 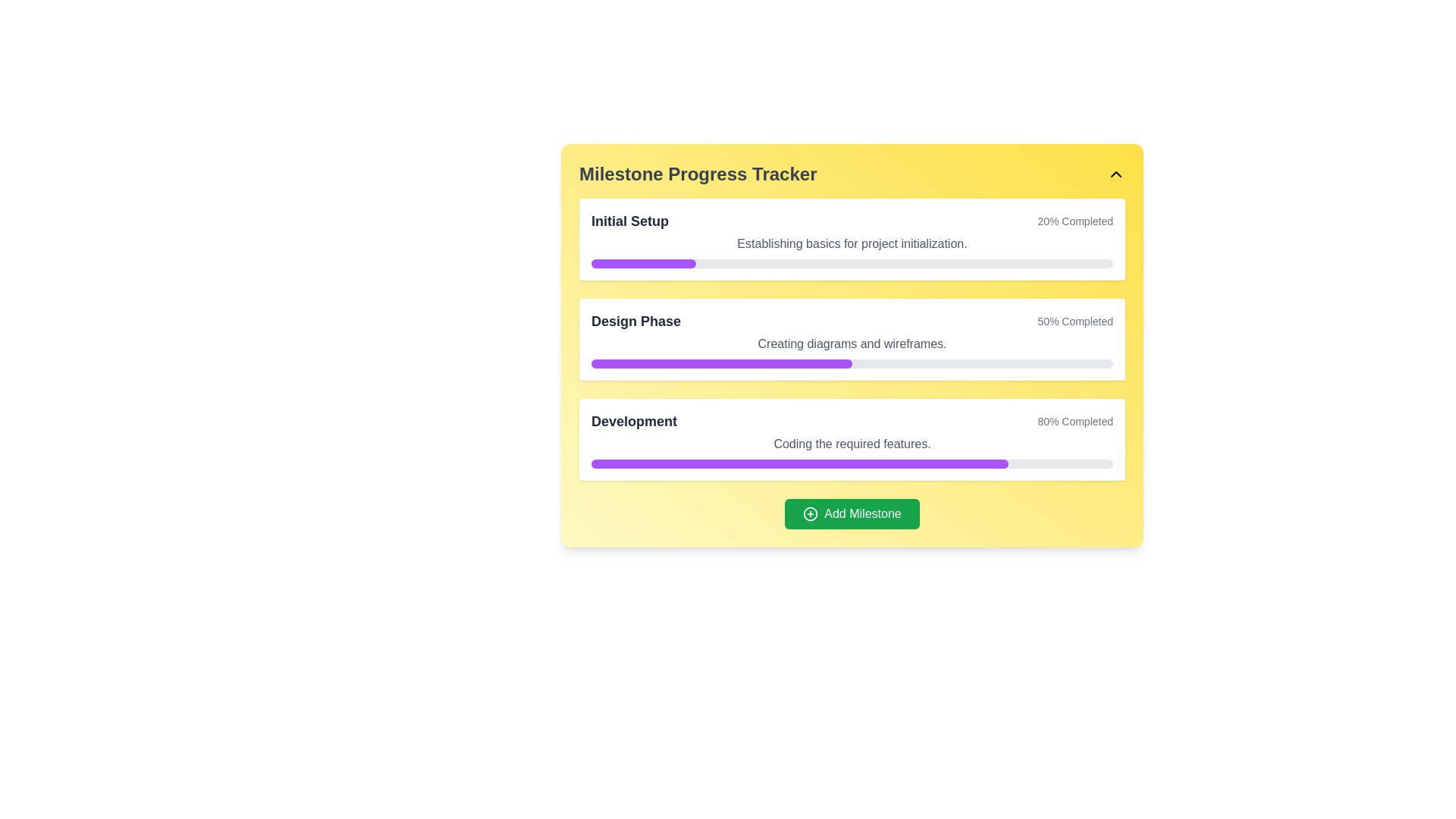 What do you see at coordinates (1075, 221) in the screenshot?
I see `the text label indicating the progress percentage of the 'Initial Setup' milestone, which shows that 20% of the milestone is completed` at bounding box center [1075, 221].